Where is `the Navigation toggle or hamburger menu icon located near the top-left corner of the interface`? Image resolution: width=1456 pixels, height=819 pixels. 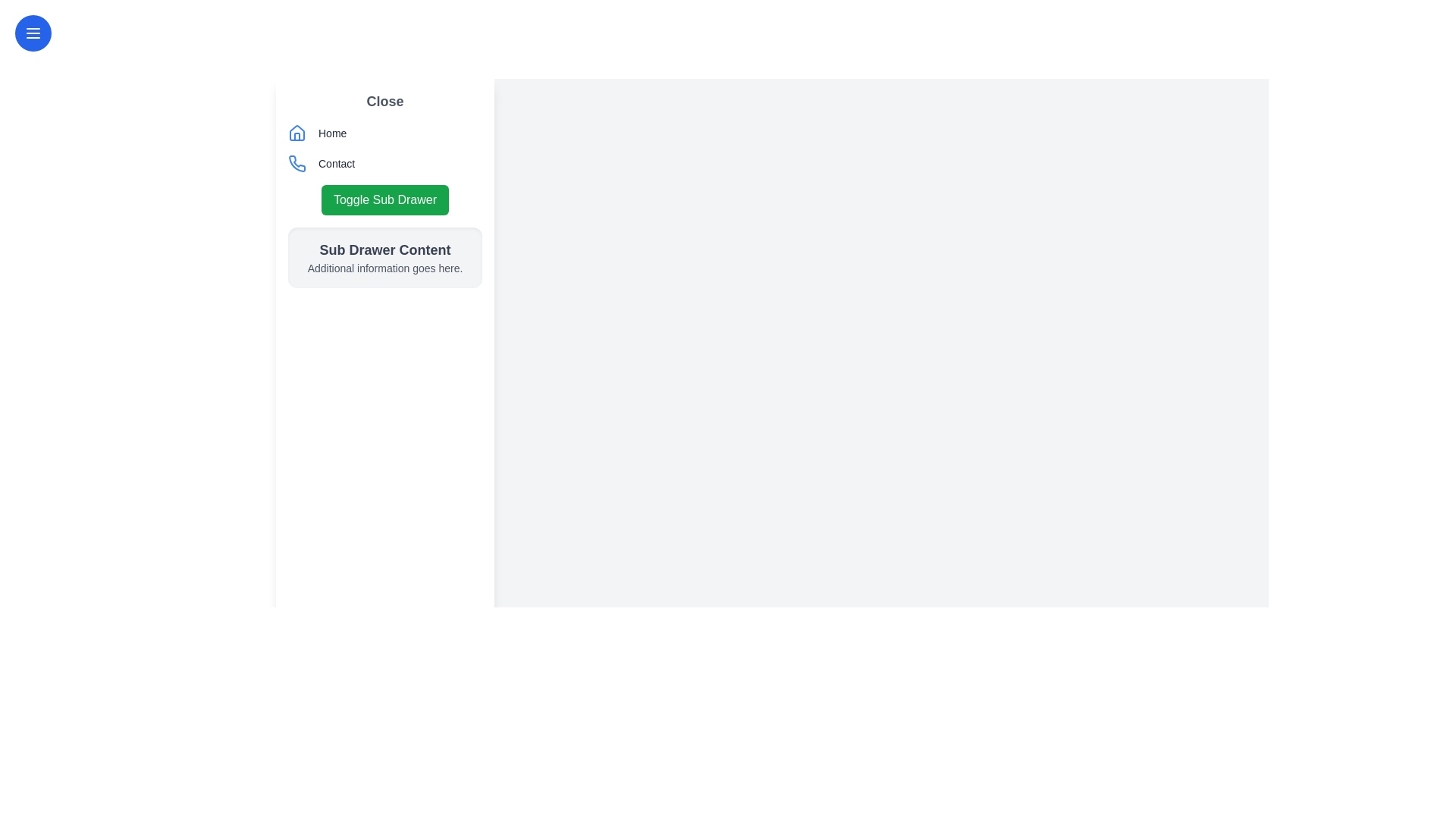
the Navigation toggle or hamburger menu icon located near the top-left corner of the interface is located at coordinates (33, 33).